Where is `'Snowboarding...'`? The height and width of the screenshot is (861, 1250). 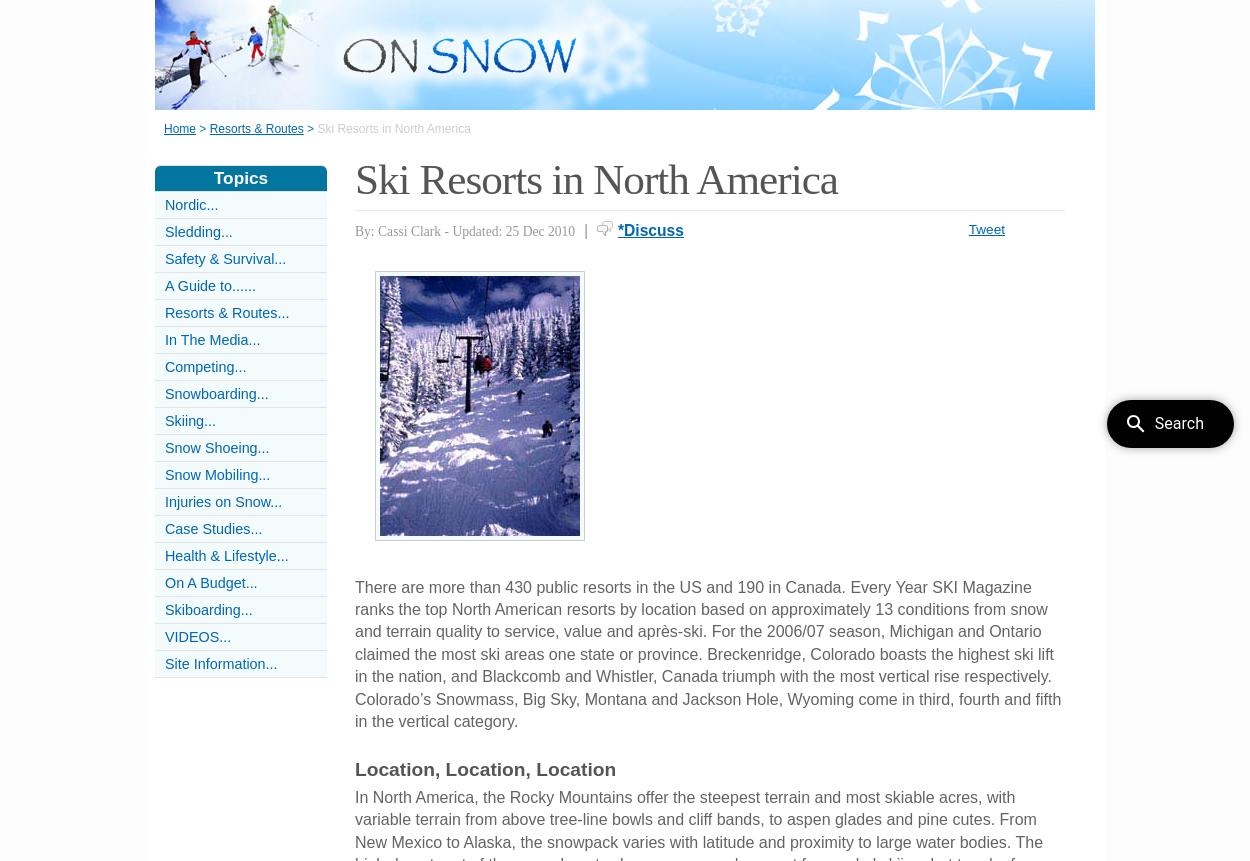 'Snowboarding...' is located at coordinates (215, 393).